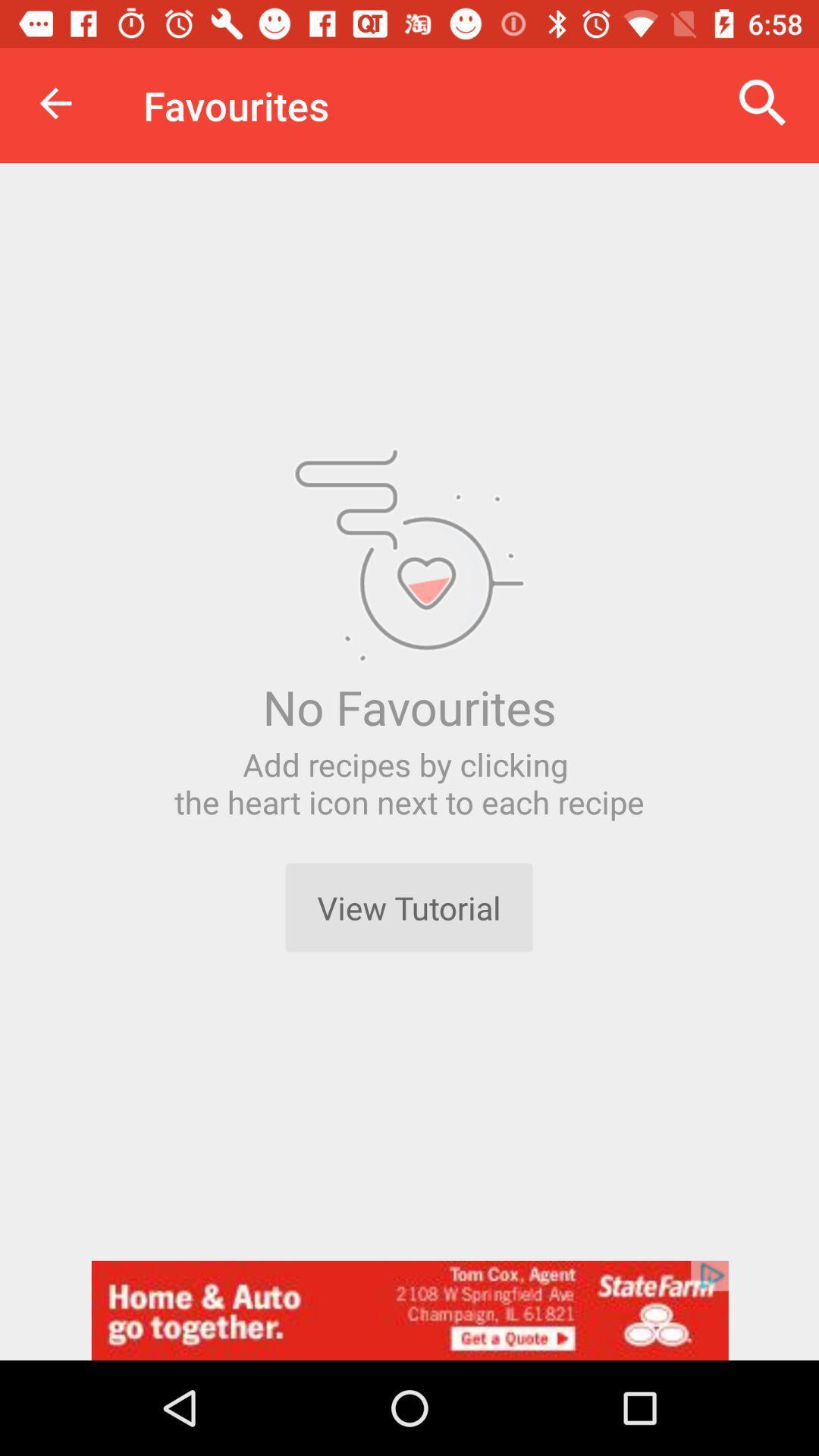 This screenshot has width=819, height=1456. What do you see at coordinates (409, 1310) in the screenshot?
I see `in app advertisement space` at bounding box center [409, 1310].